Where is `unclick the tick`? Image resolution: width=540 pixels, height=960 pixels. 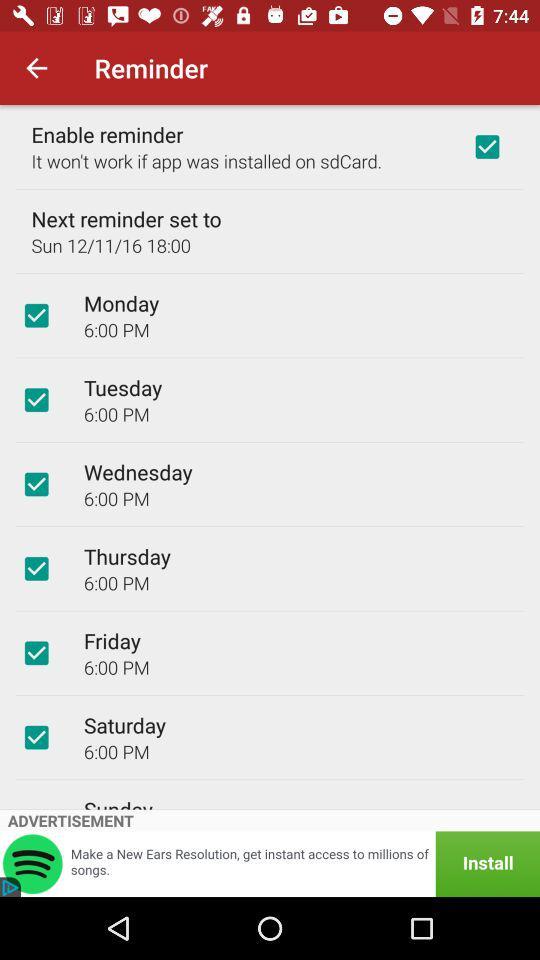
unclick the tick is located at coordinates (36, 652).